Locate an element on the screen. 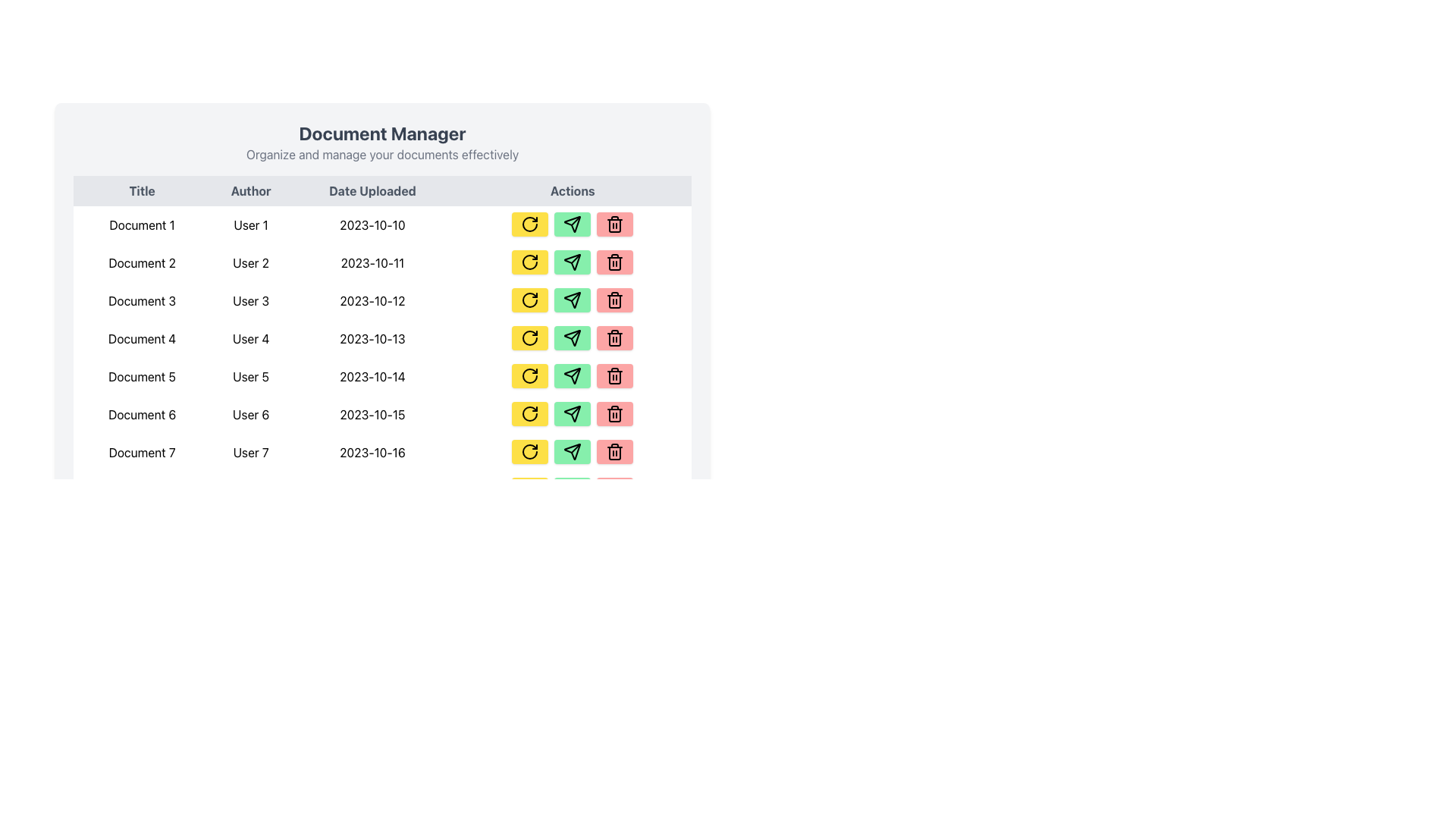 Image resolution: width=1456 pixels, height=819 pixels. the trash bin icon button located in the Actions column of the Document Manager table for the document uploaded on 2023-10-14 to initiate a delete action is located at coordinates (615, 375).